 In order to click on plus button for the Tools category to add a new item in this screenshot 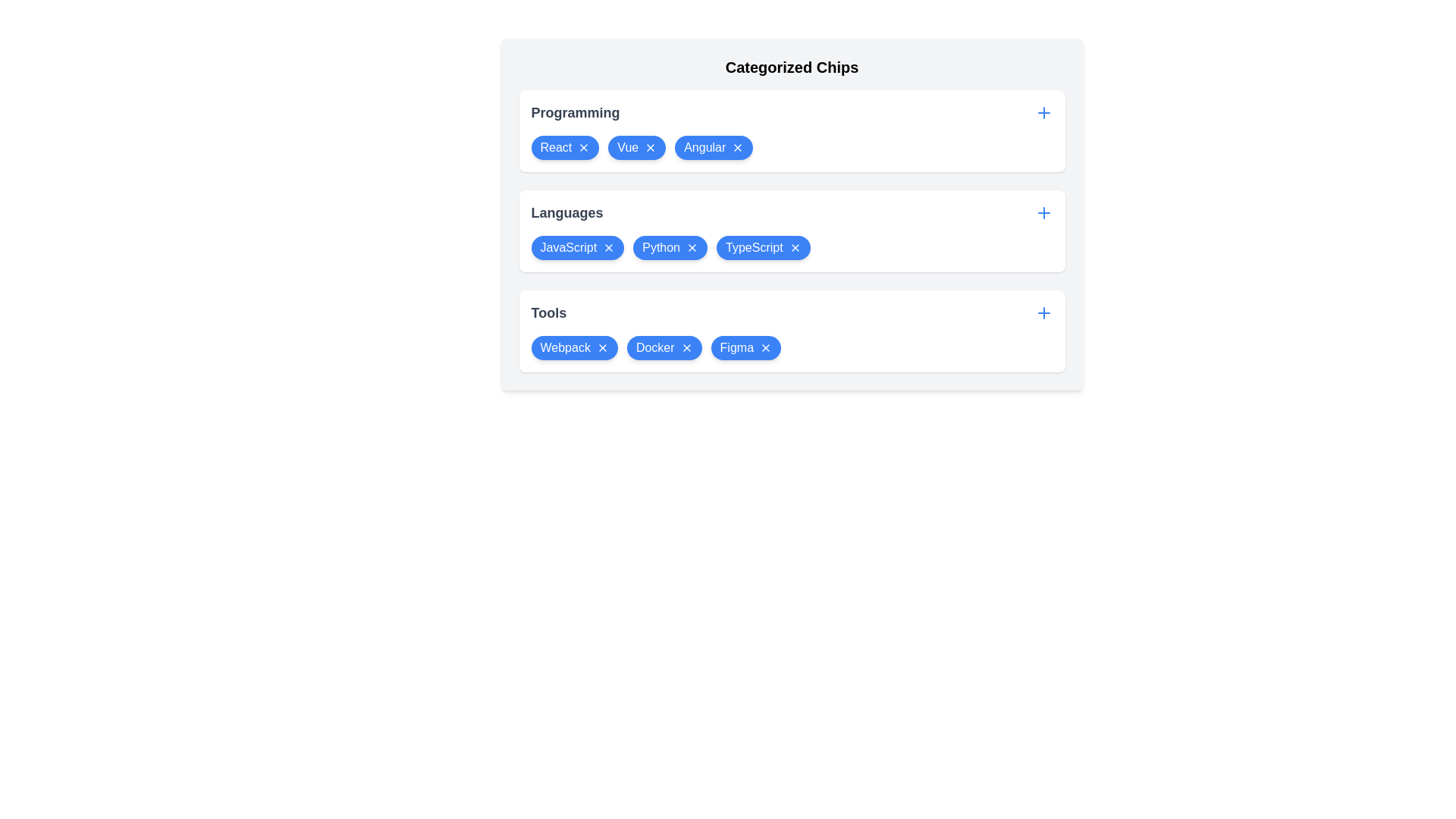, I will do `click(1043, 312)`.